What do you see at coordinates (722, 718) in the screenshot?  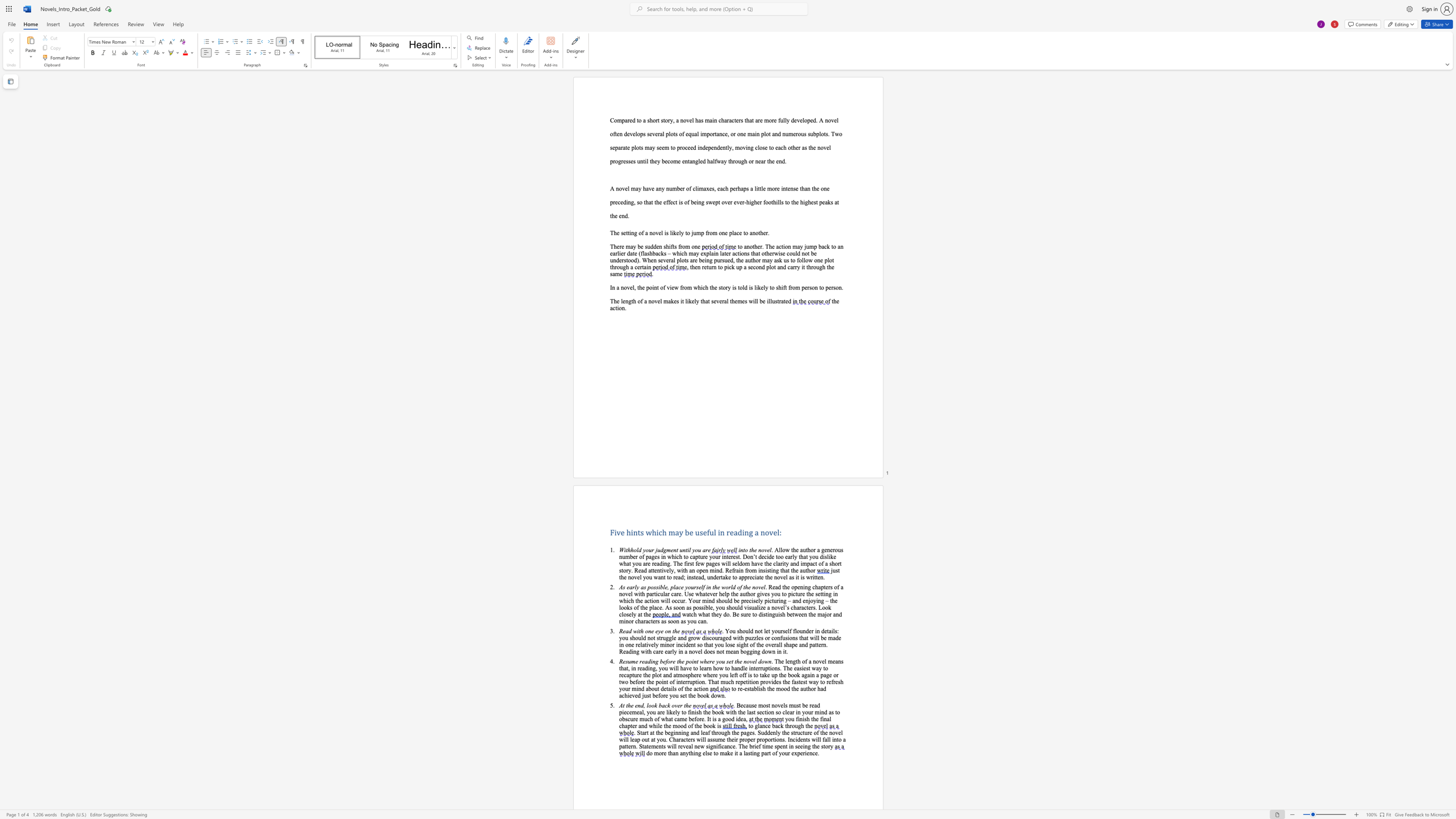 I see `the subset text "good i" within the text "a good idea"` at bounding box center [722, 718].